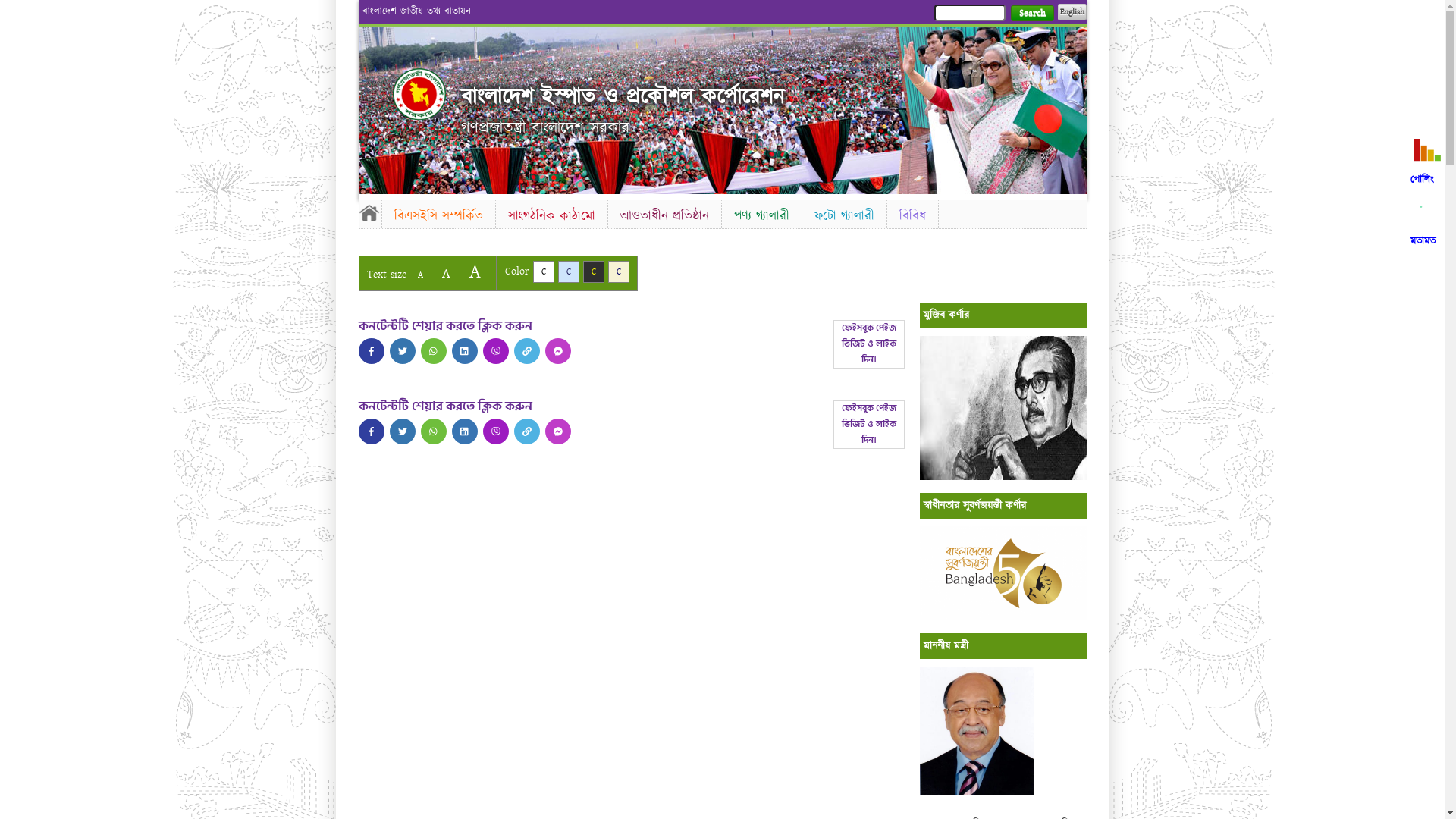 Image resolution: width=1456 pixels, height=819 pixels. What do you see at coordinates (592, 271) in the screenshot?
I see `'C'` at bounding box center [592, 271].